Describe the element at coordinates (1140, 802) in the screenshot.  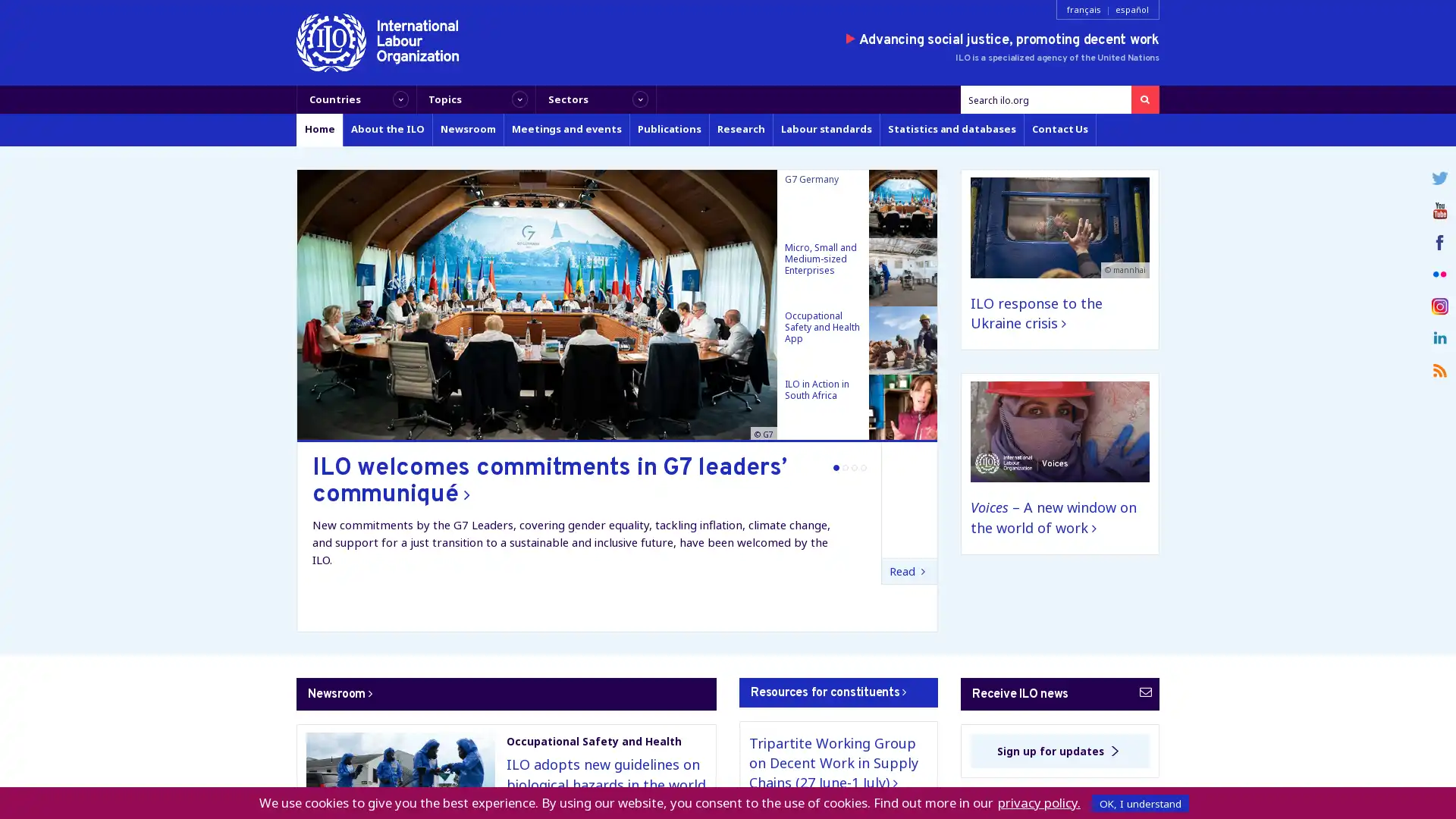
I see `OK, I understand` at that location.